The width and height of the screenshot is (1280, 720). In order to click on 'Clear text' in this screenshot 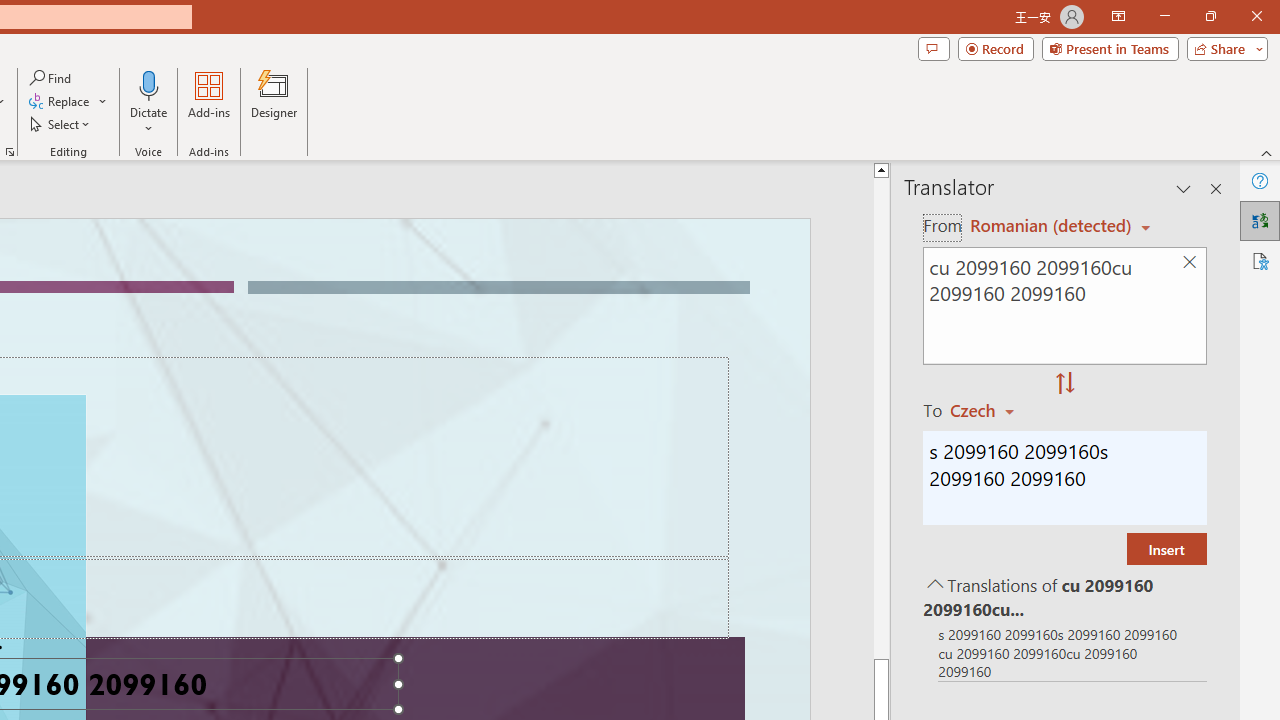, I will do `click(1189, 262)`.